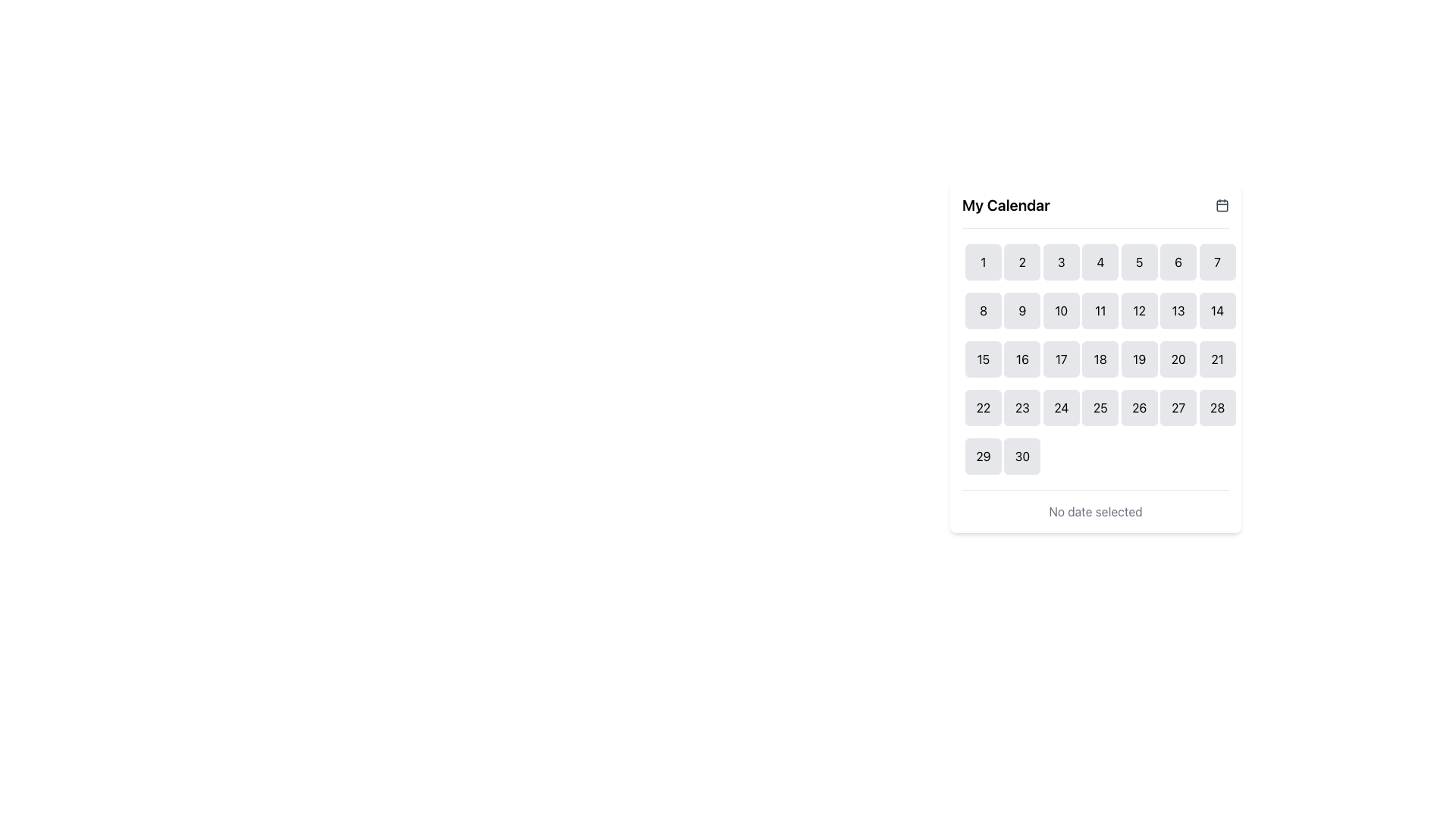 Image resolution: width=1456 pixels, height=819 pixels. Describe the element at coordinates (1100, 262) in the screenshot. I see `the square button with a light gray background containing the number '4' in black text` at that location.